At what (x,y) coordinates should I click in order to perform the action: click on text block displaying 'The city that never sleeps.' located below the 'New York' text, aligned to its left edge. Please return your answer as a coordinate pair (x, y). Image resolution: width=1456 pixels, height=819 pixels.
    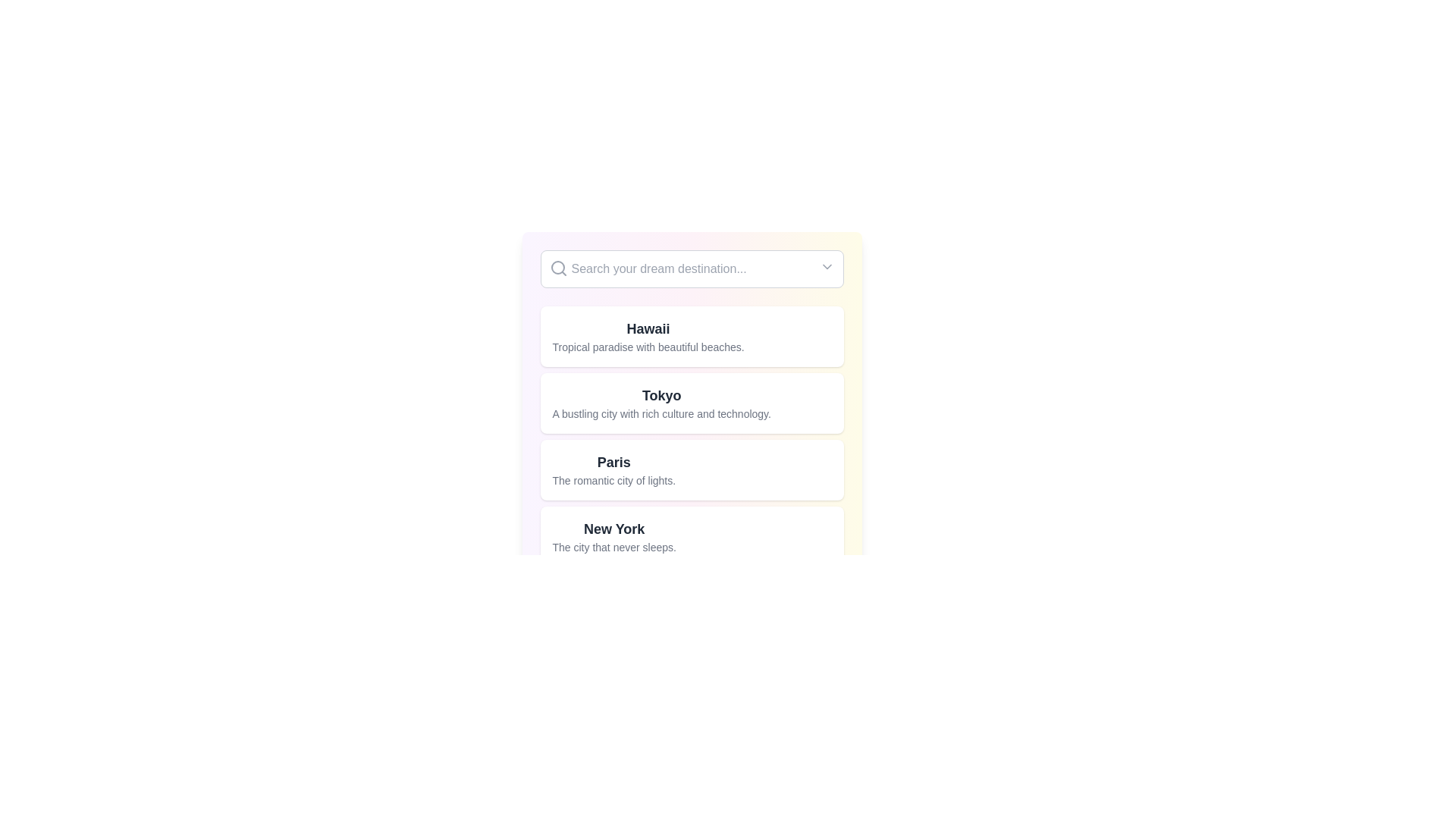
    Looking at the image, I should click on (614, 547).